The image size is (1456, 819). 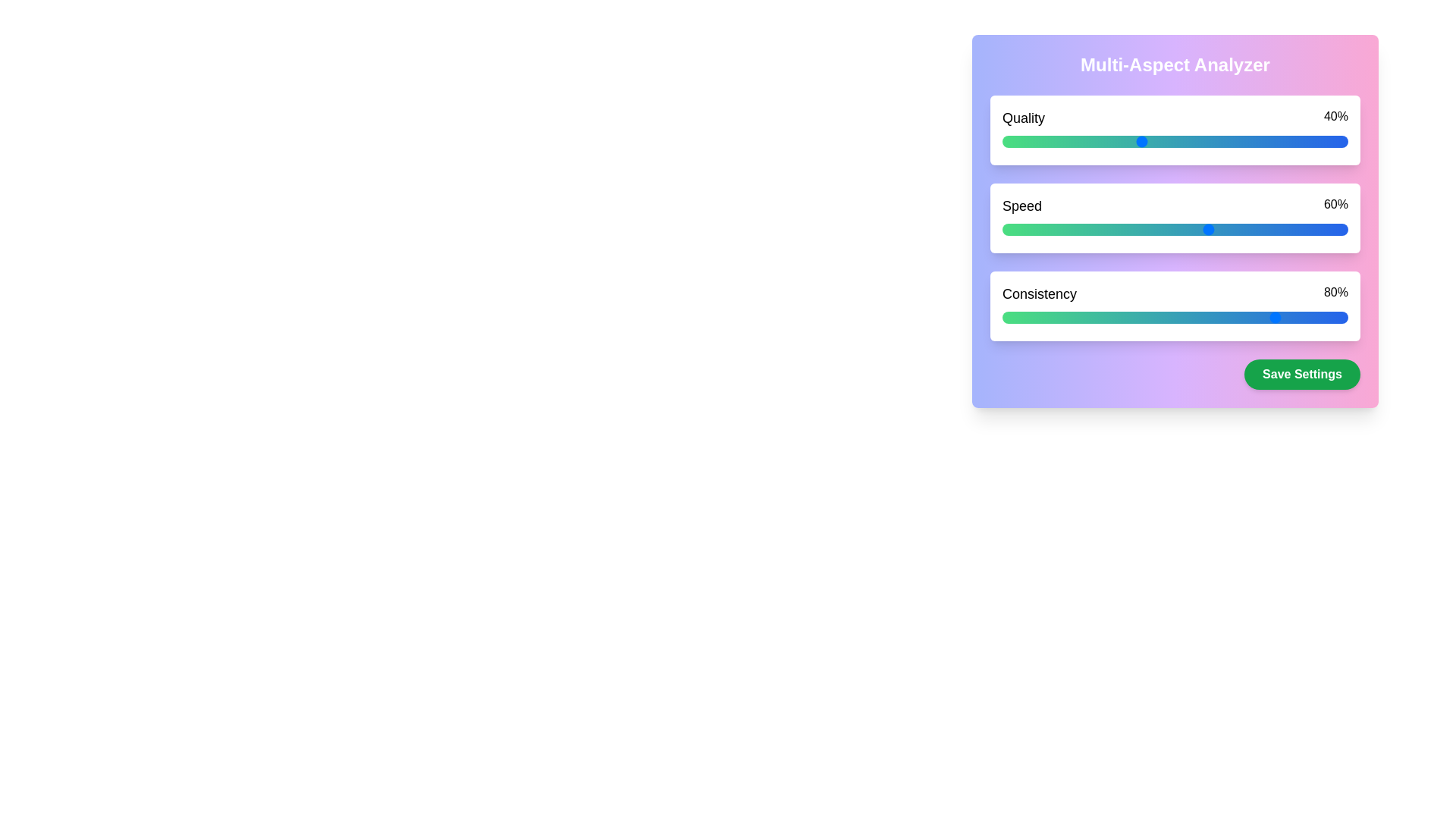 I want to click on the slider value, so click(x=1006, y=317).